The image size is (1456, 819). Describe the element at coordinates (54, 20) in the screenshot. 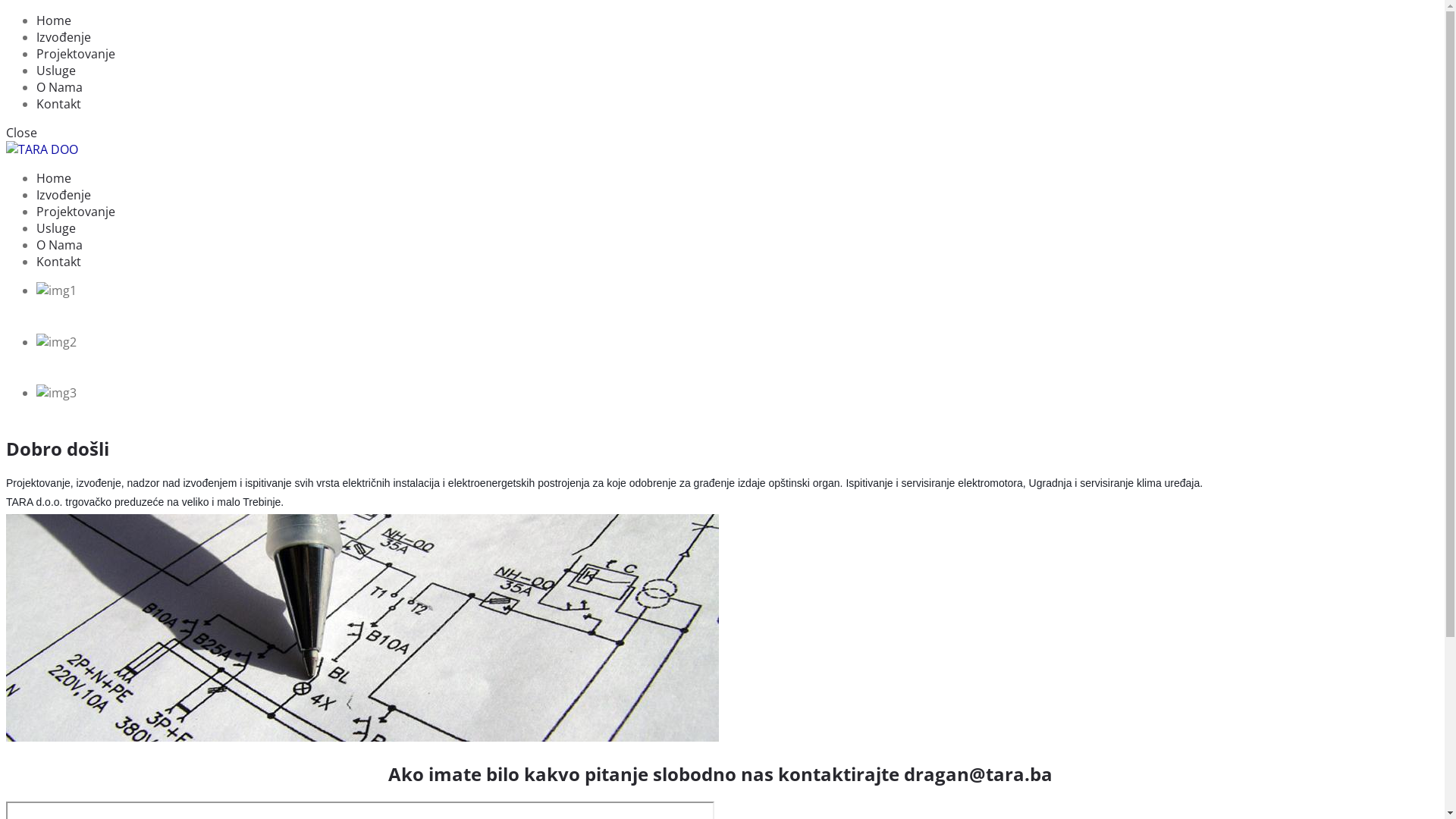

I see `'Home'` at that location.